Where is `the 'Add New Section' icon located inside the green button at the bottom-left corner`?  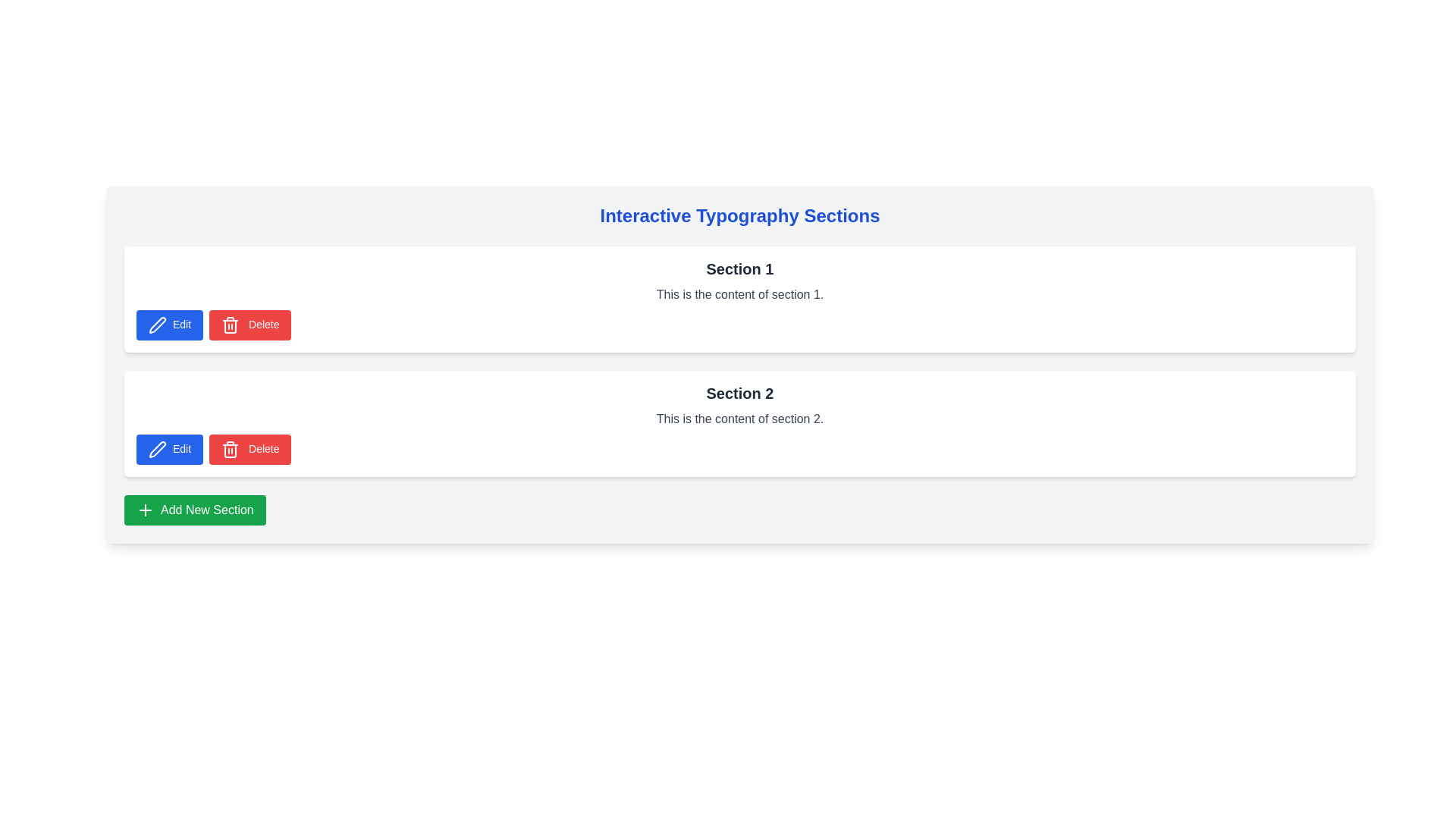 the 'Add New Section' icon located inside the green button at the bottom-left corner is located at coordinates (146, 510).